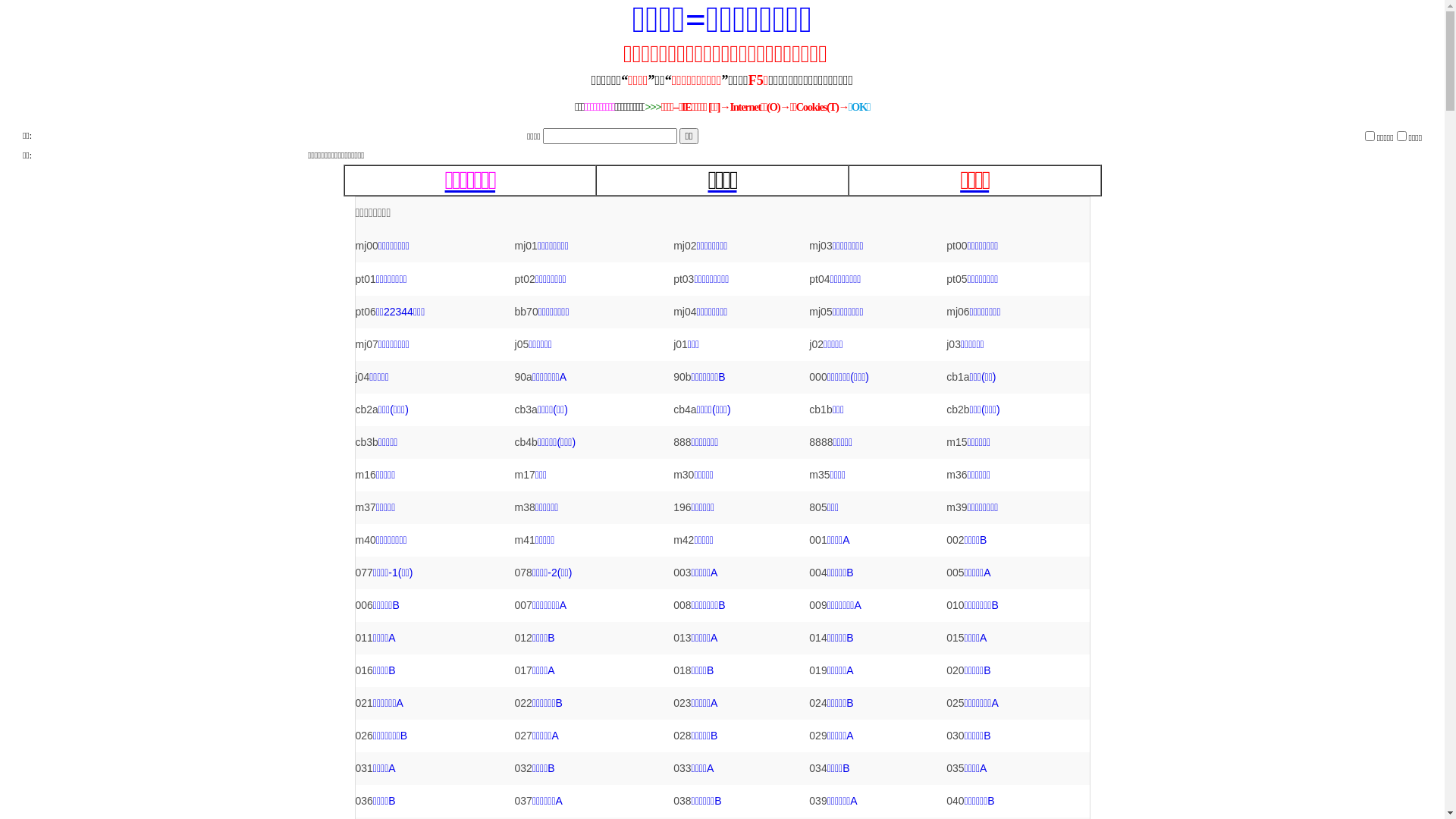  Describe the element at coordinates (808, 800) in the screenshot. I see `'039'` at that location.